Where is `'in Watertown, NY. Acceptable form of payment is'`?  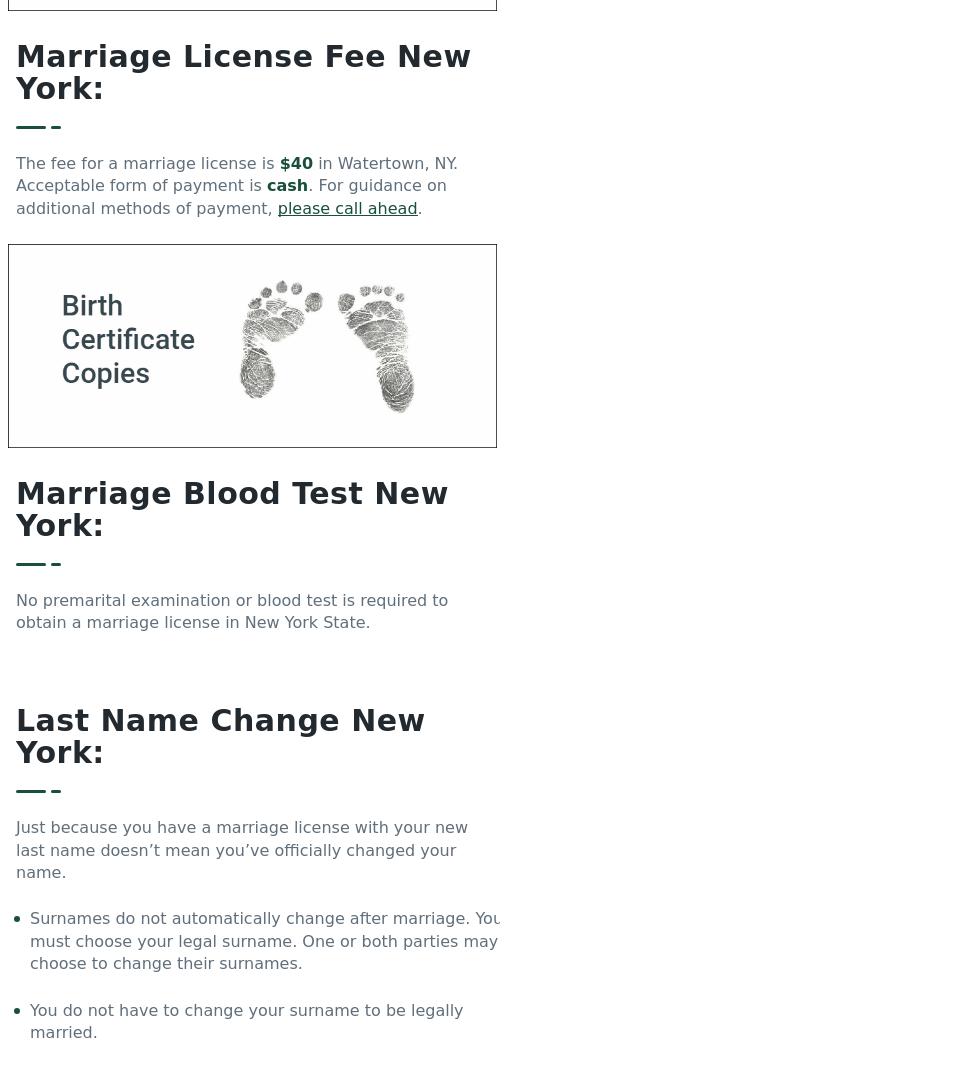 'in Watertown, NY. Acceptable form of payment is' is located at coordinates (236, 173).